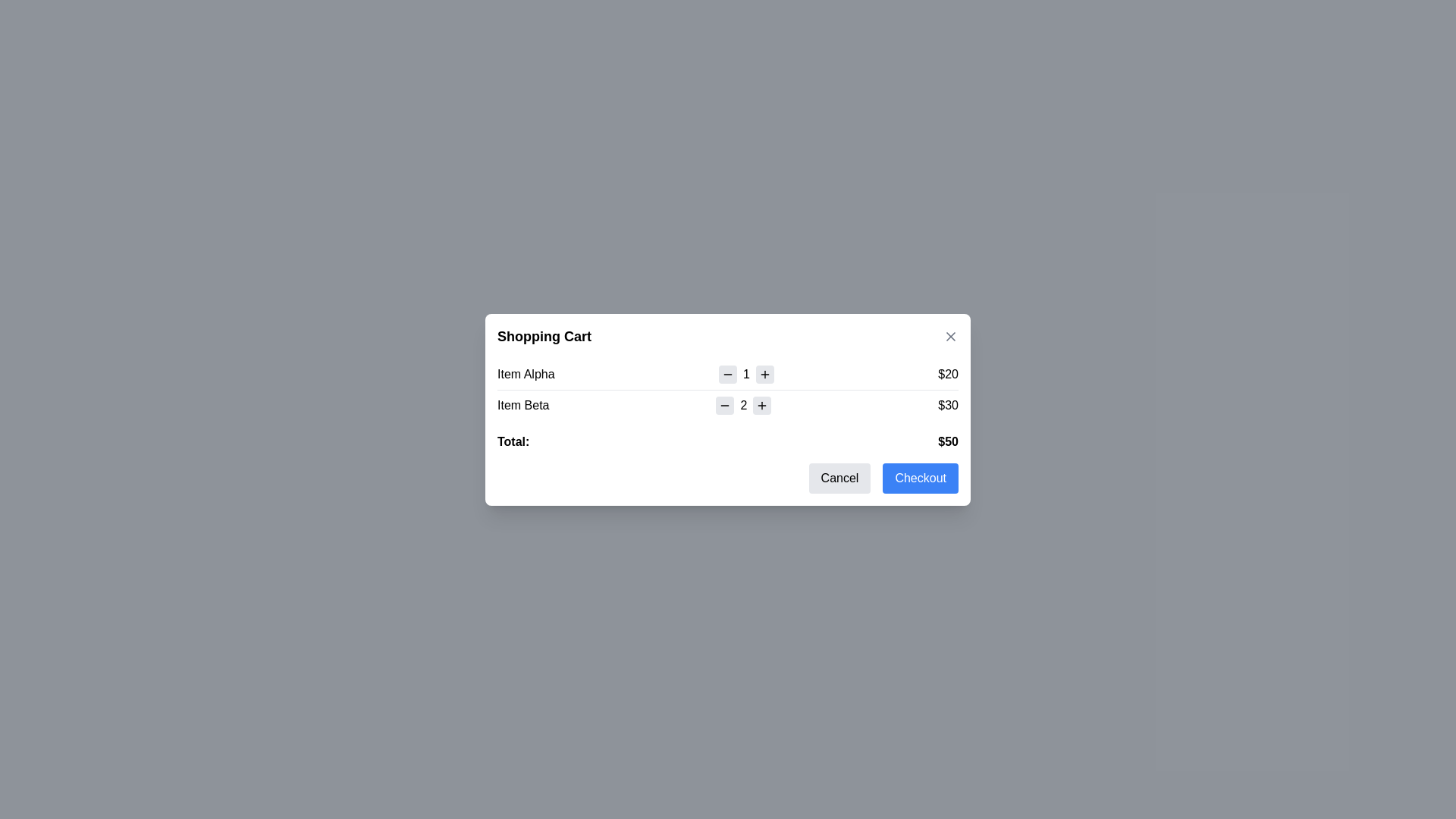  I want to click on the gray rounded square button to the left of the quantity input box for 'Item Beta' in the shopping cart dialog, so click(724, 404).